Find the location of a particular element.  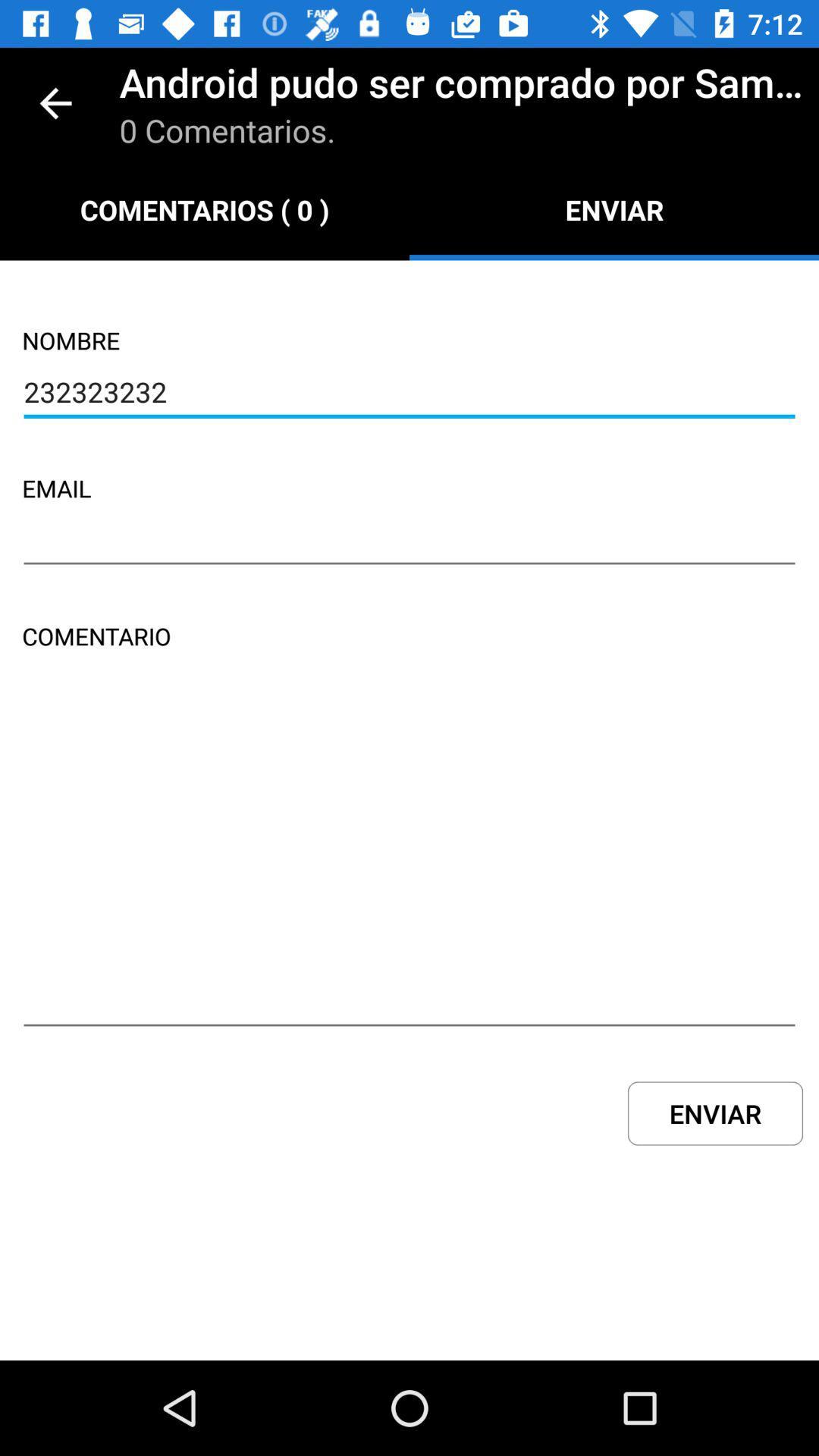

the item below comentario icon is located at coordinates (409, 862).